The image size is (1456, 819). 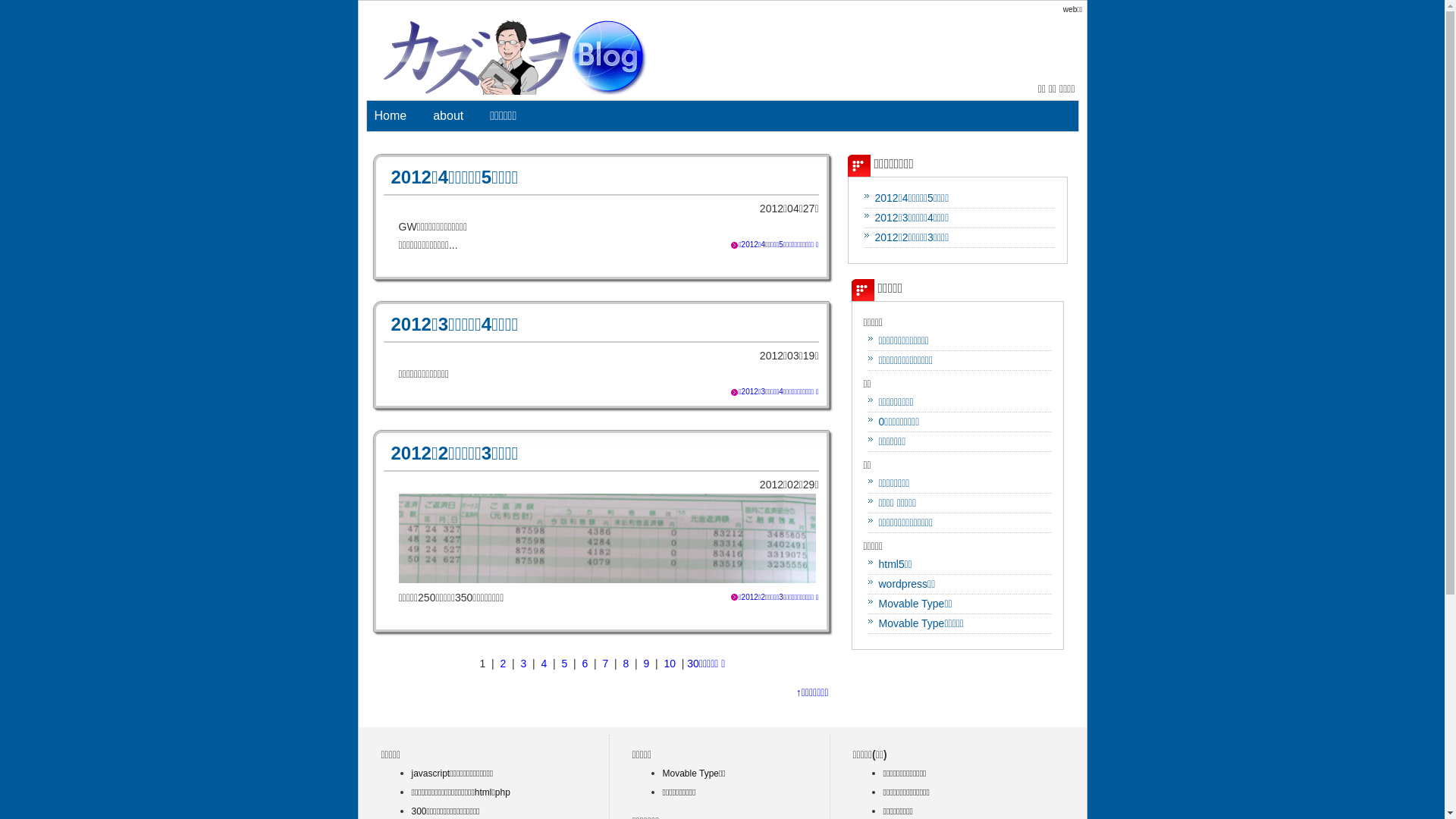 What do you see at coordinates (599, 663) in the screenshot?
I see `' 7 '` at bounding box center [599, 663].